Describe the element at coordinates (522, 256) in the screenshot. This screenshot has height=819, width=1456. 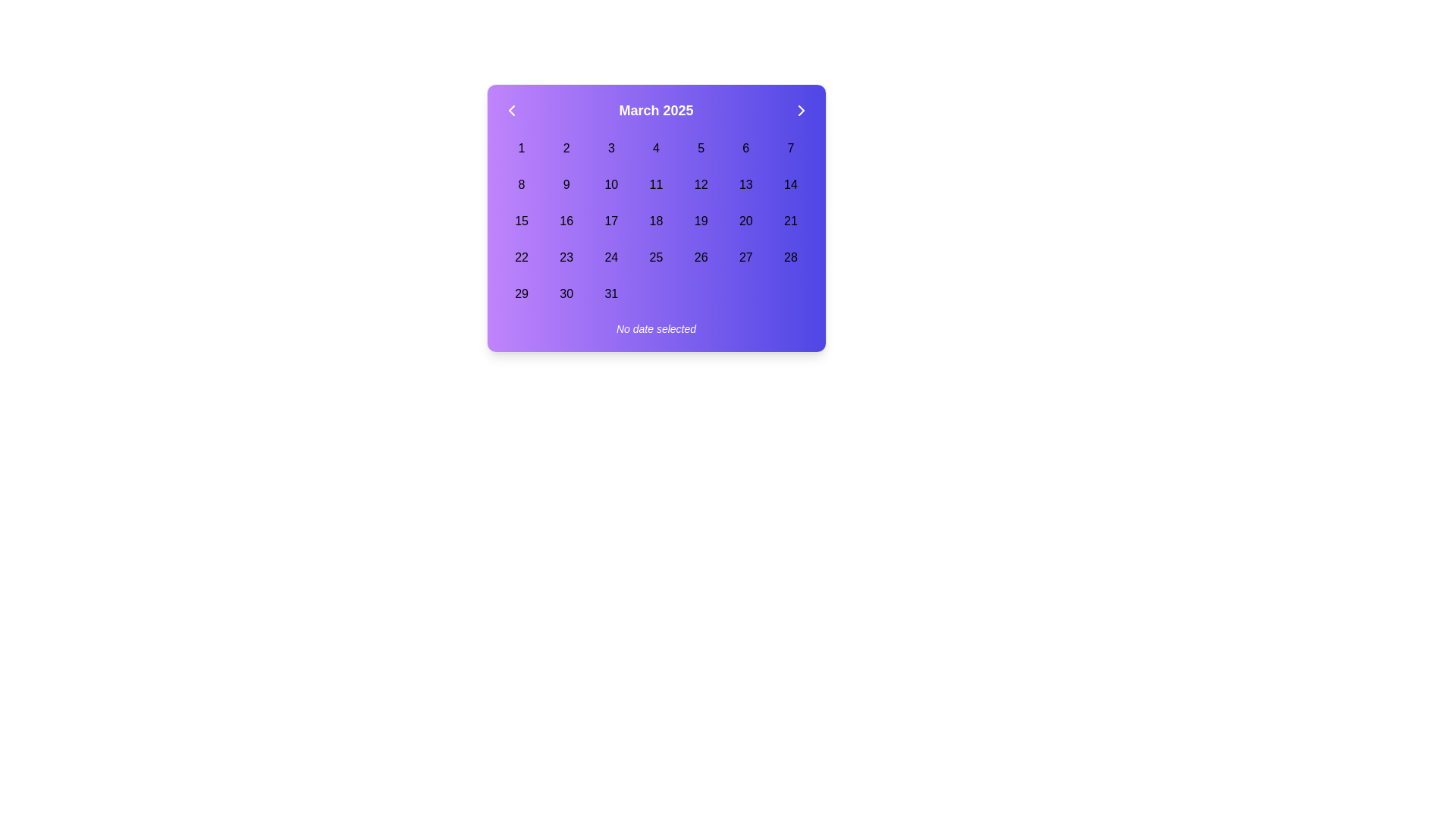
I see `the button representing the date '22' in the March 2025 calendar` at that location.